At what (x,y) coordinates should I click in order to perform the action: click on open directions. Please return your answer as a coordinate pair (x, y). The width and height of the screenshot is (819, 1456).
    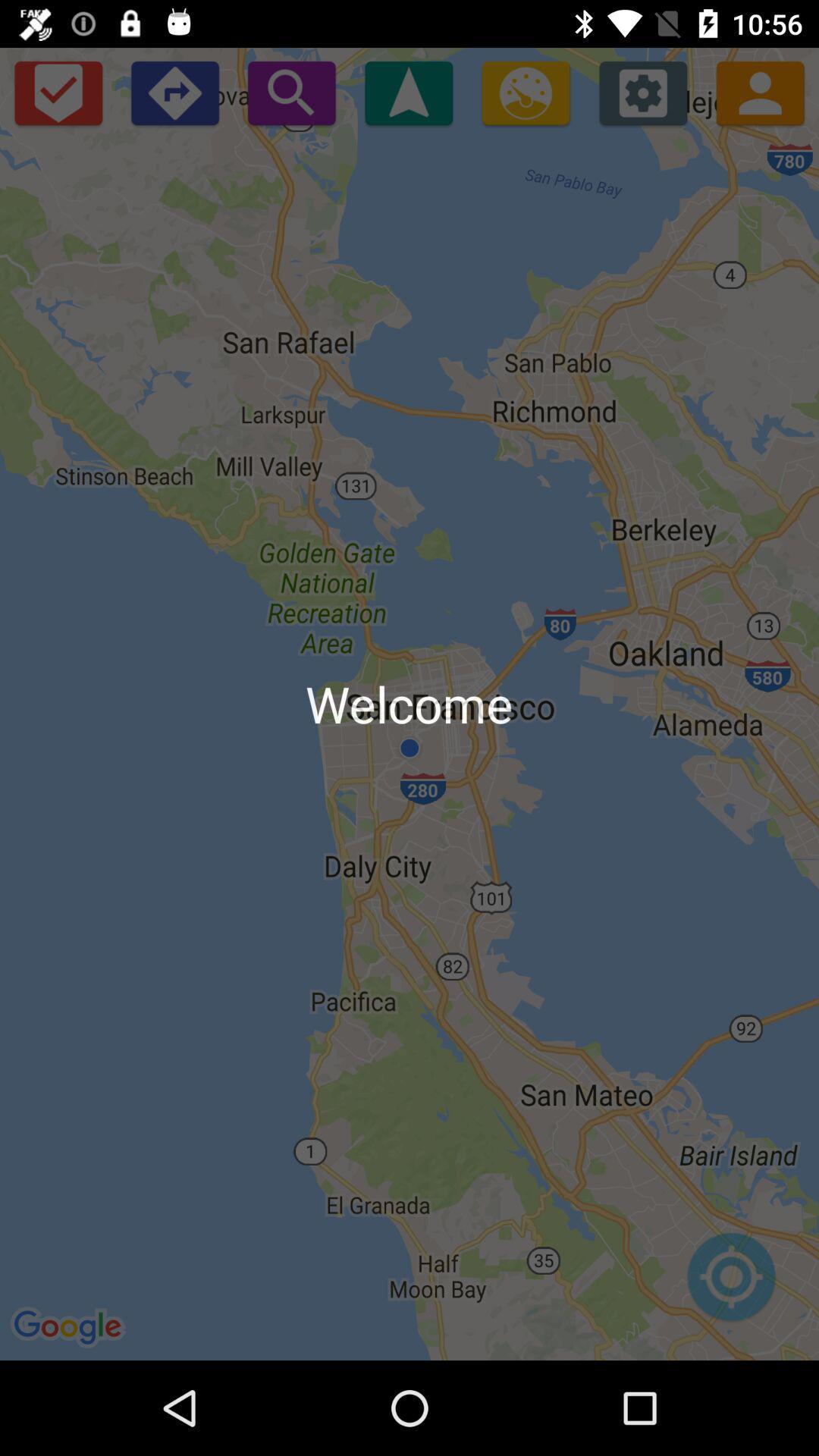
    Looking at the image, I should click on (174, 92).